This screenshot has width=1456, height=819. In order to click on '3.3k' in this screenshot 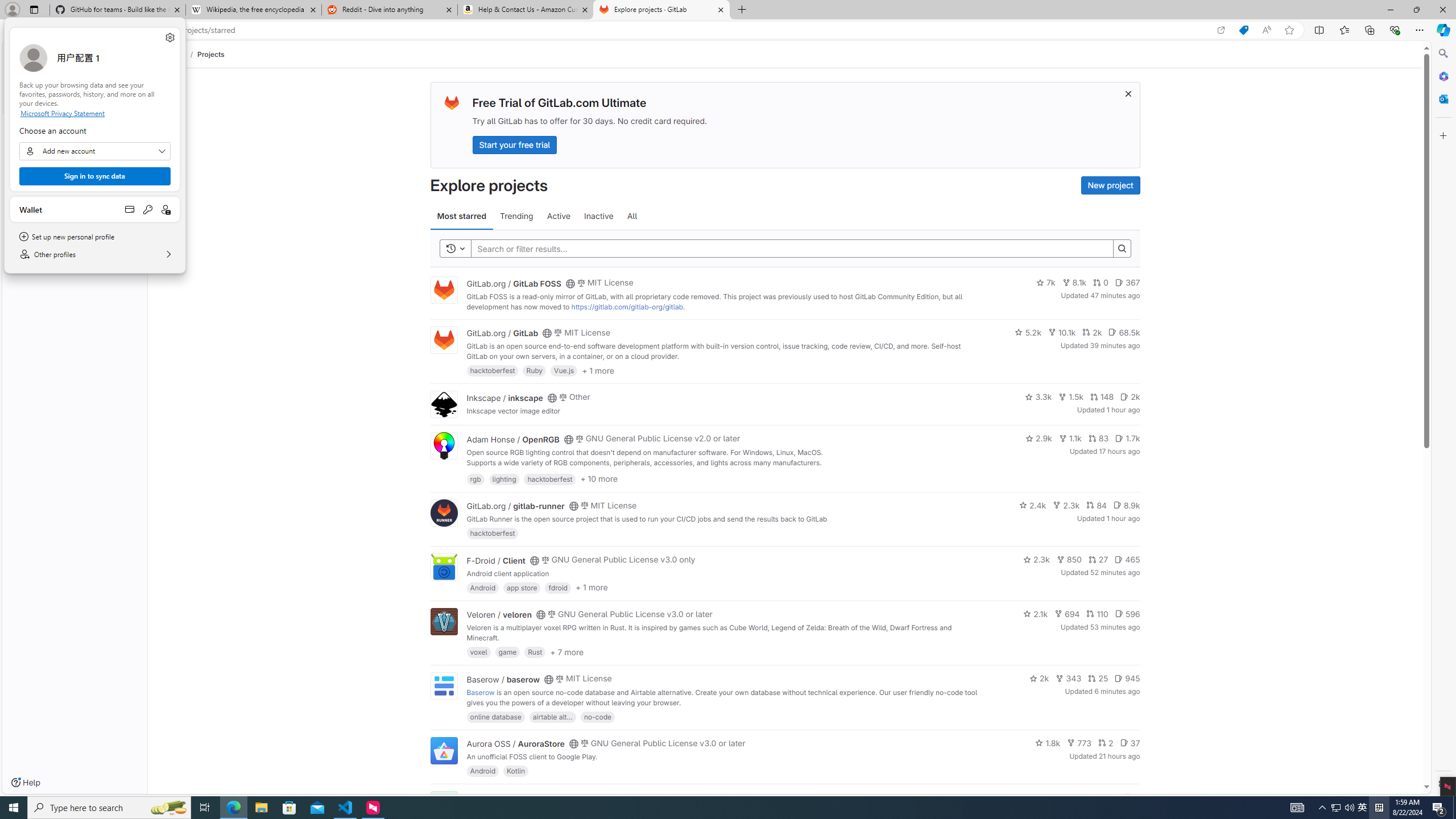, I will do `click(1039, 396)`.